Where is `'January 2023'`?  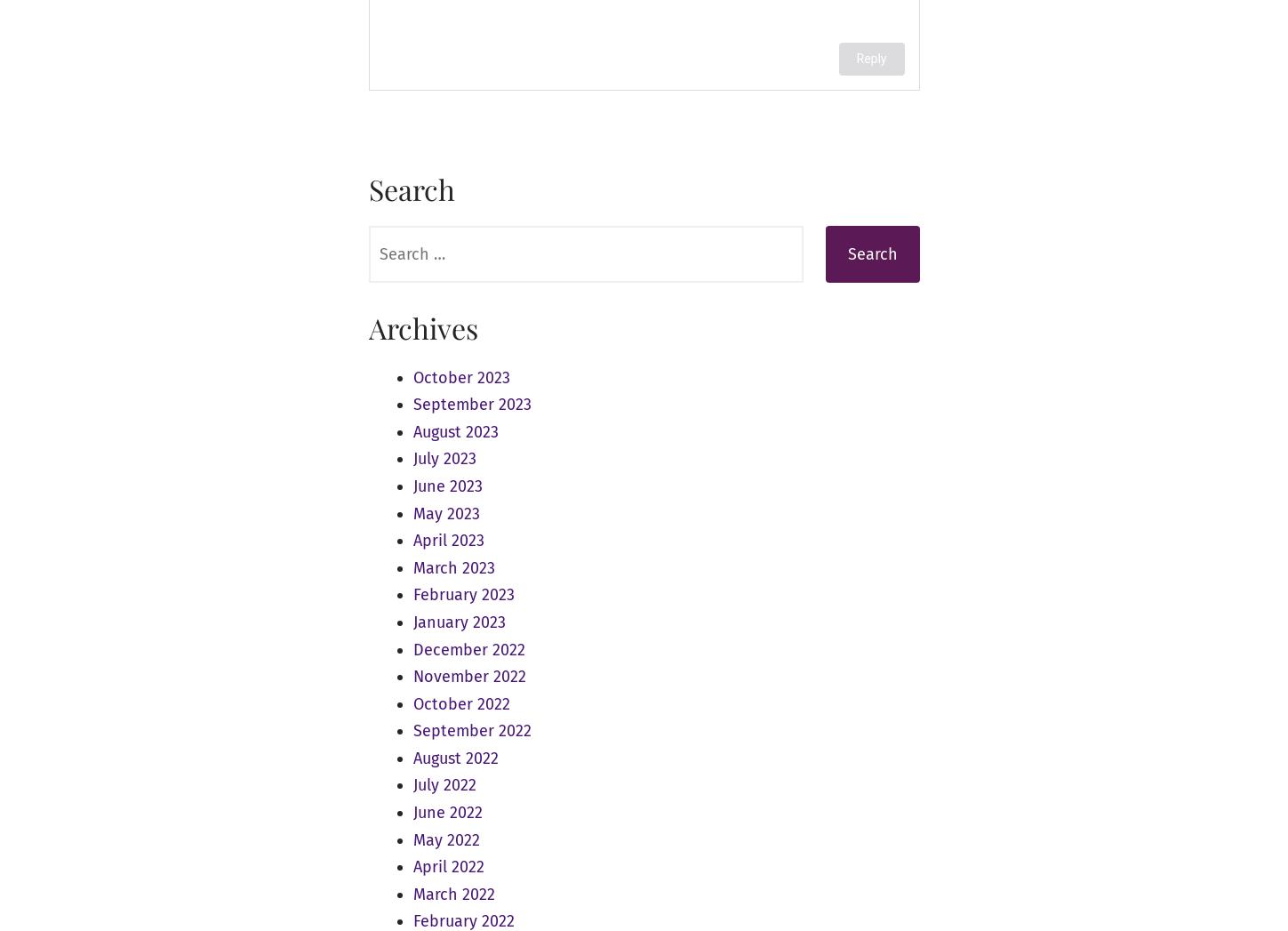
'January 2023' is located at coordinates (458, 620).